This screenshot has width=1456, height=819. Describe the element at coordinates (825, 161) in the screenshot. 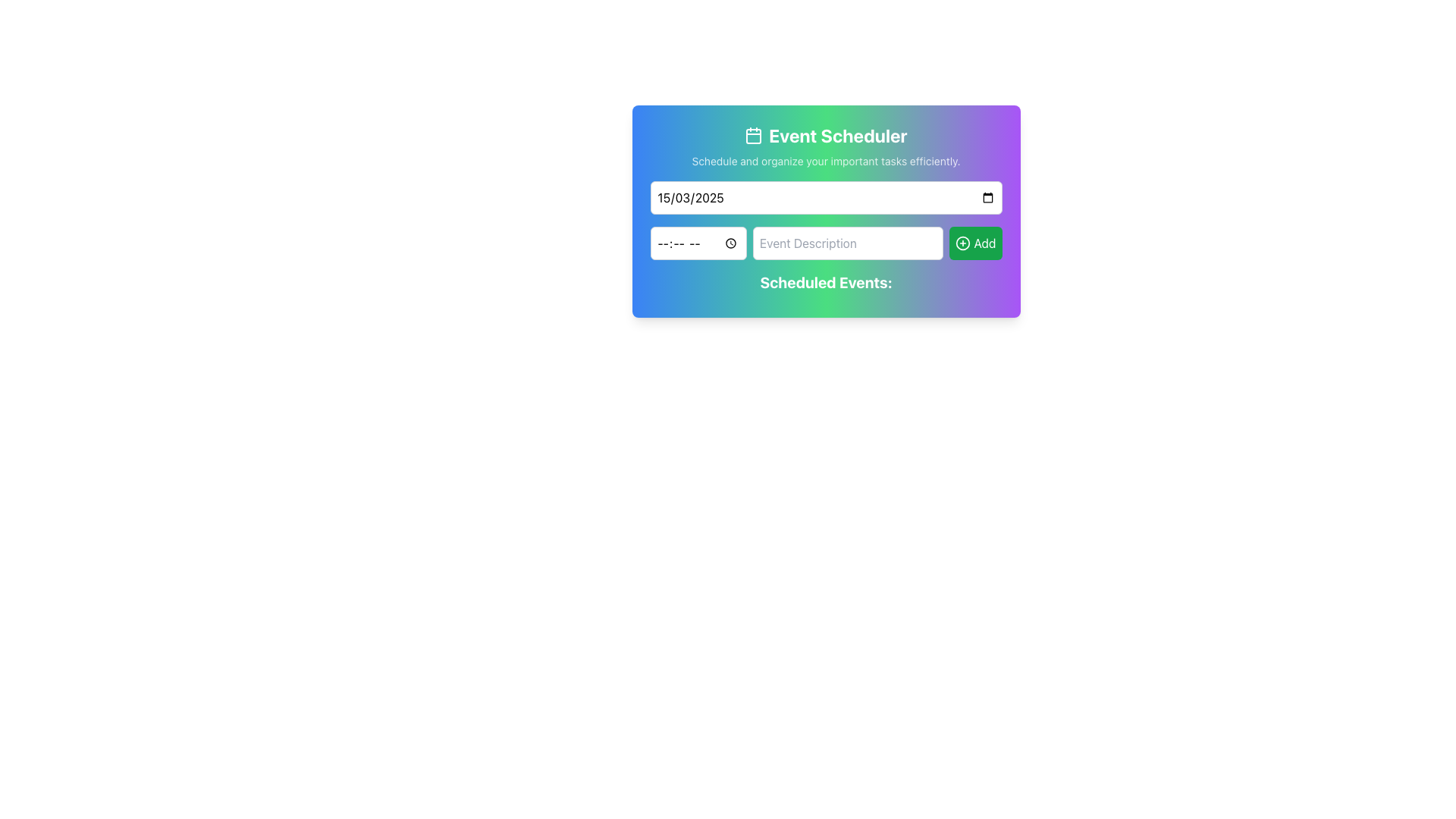

I see `the static text label that reads 'Schedule and organize your important tasks efficiently.' which is centrally aligned below the title 'Event Scheduler'` at that location.